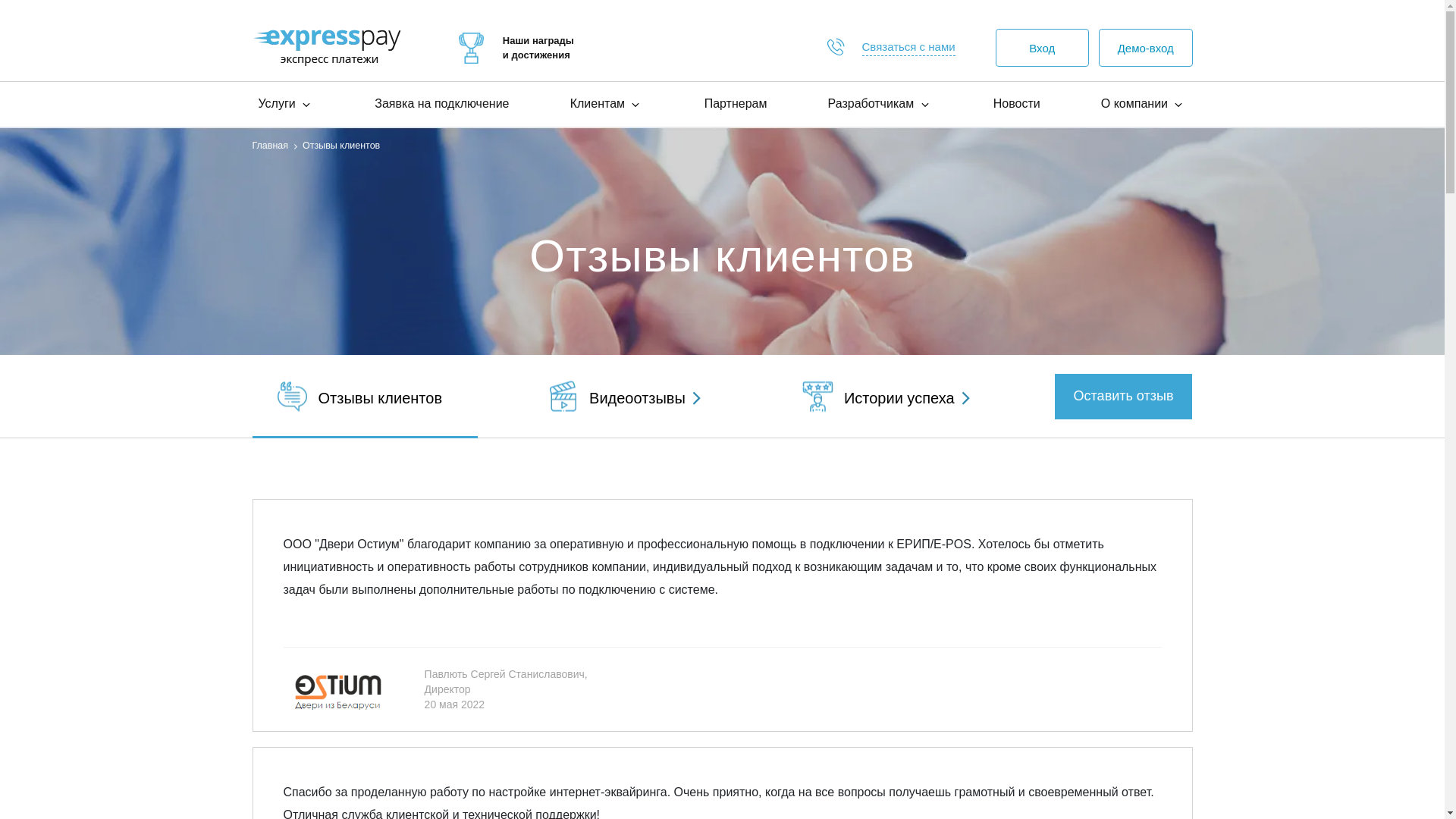  I want to click on 'express-pay.by', so click(325, 46).